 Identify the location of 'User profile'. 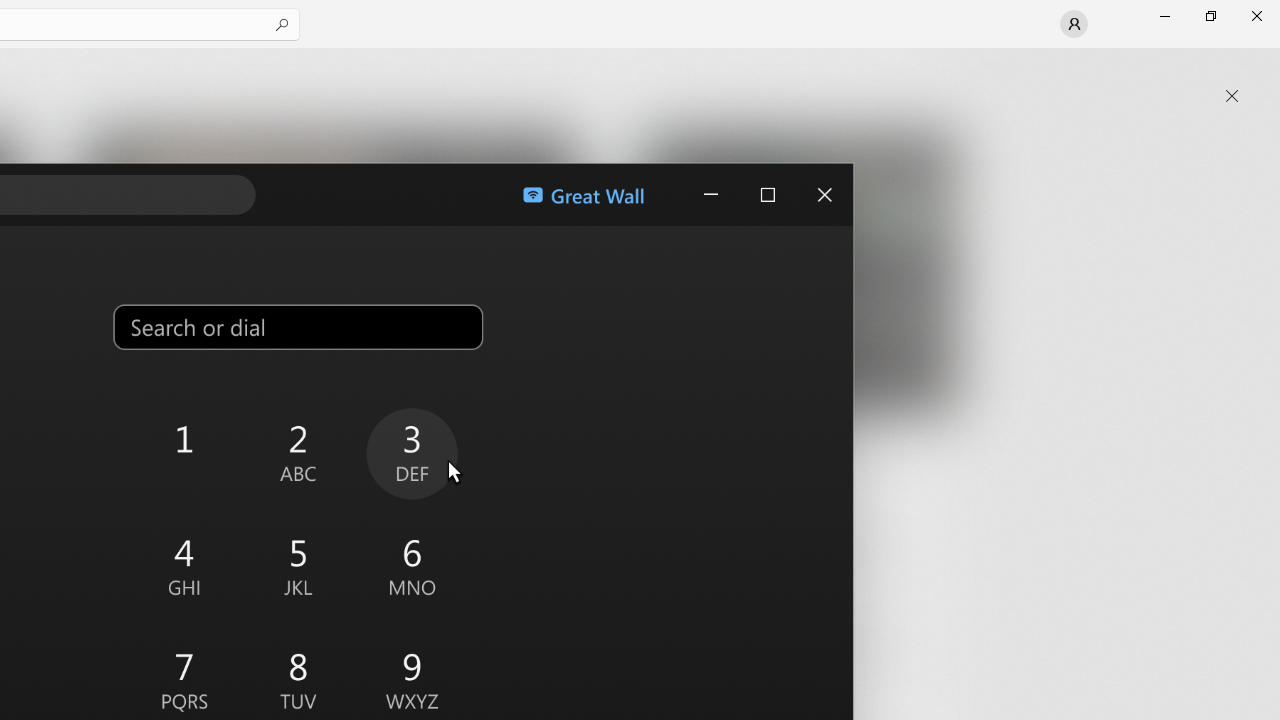
(1072, 24).